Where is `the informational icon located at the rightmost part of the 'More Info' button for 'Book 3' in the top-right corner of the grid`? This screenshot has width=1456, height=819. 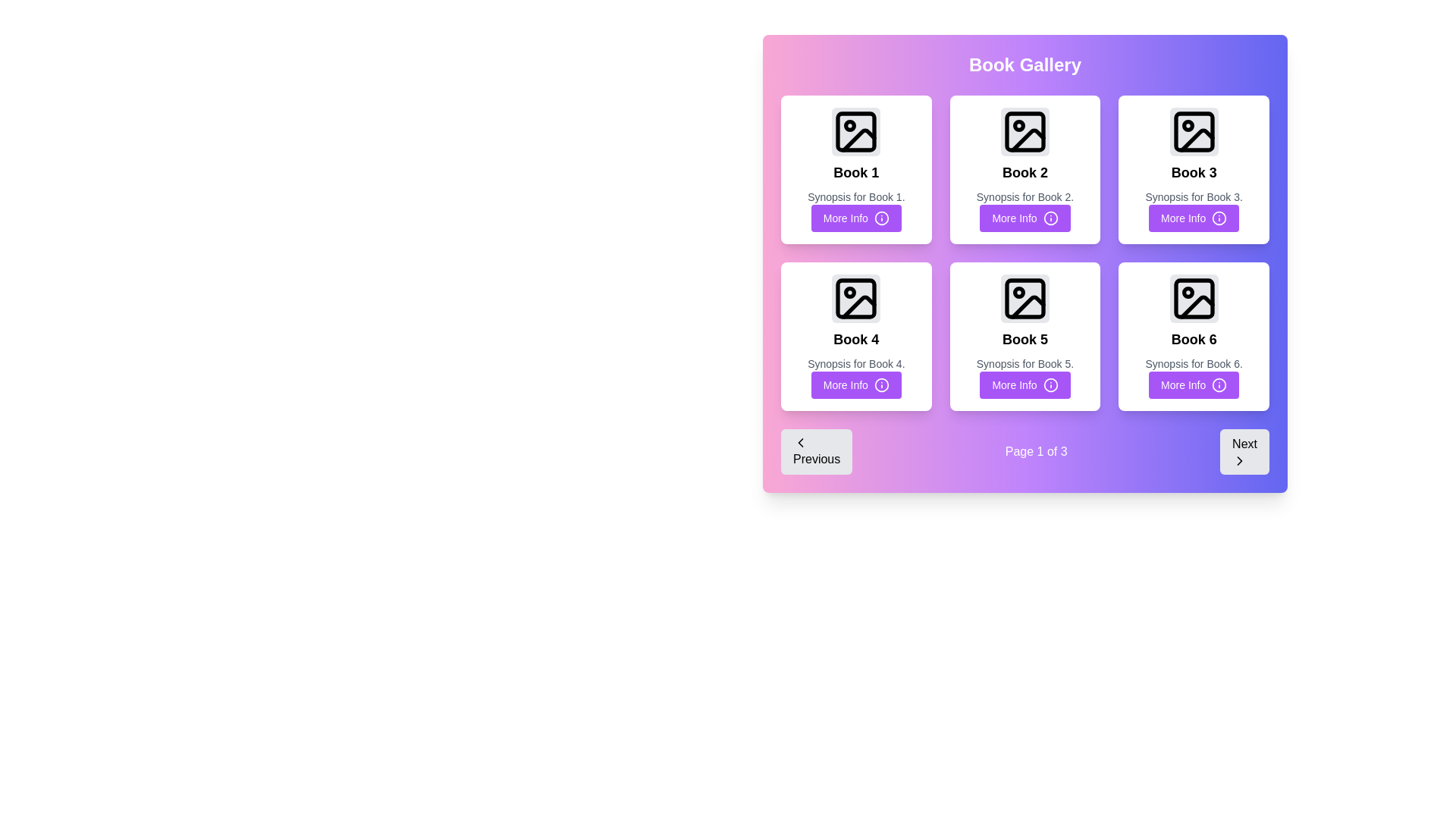
the informational icon located at the rightmost part of the 'More Info' button for 'Book 3' in the top-right corner of the grid is located at coordinates (1219, 218).